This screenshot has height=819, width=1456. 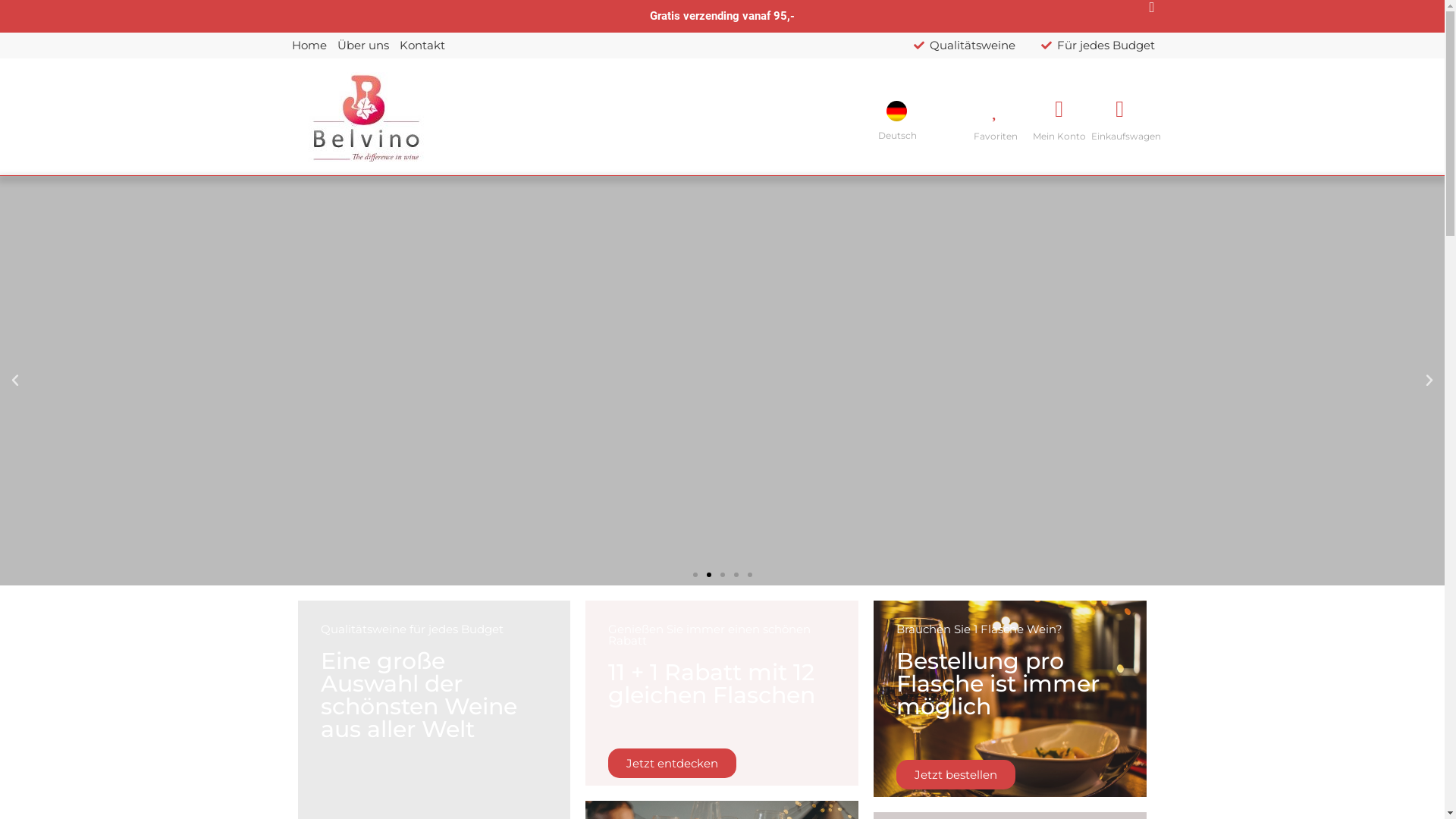 I want to click on 'Deutsch', so click(x=886, y=110).